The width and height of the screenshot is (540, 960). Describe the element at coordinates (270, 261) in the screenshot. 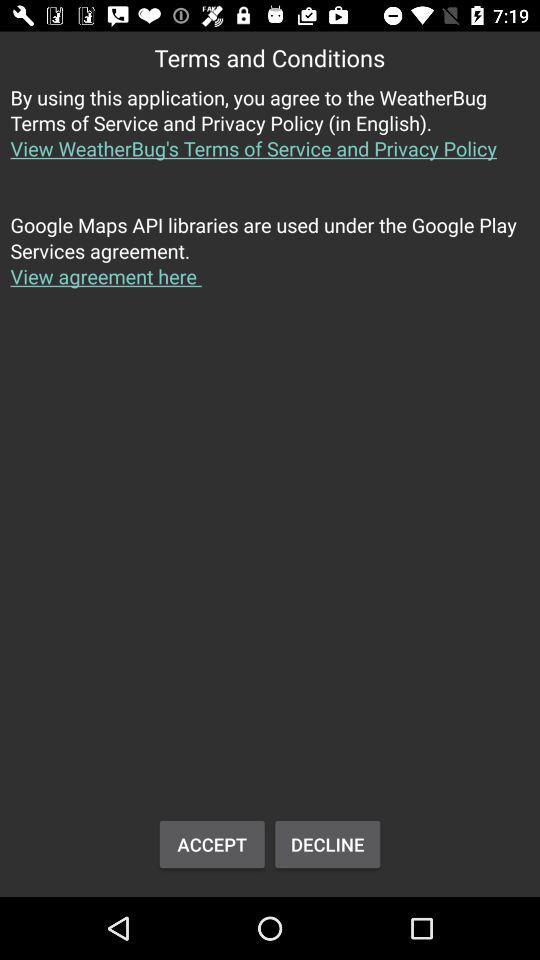

I see `button above accept icon` at that location.